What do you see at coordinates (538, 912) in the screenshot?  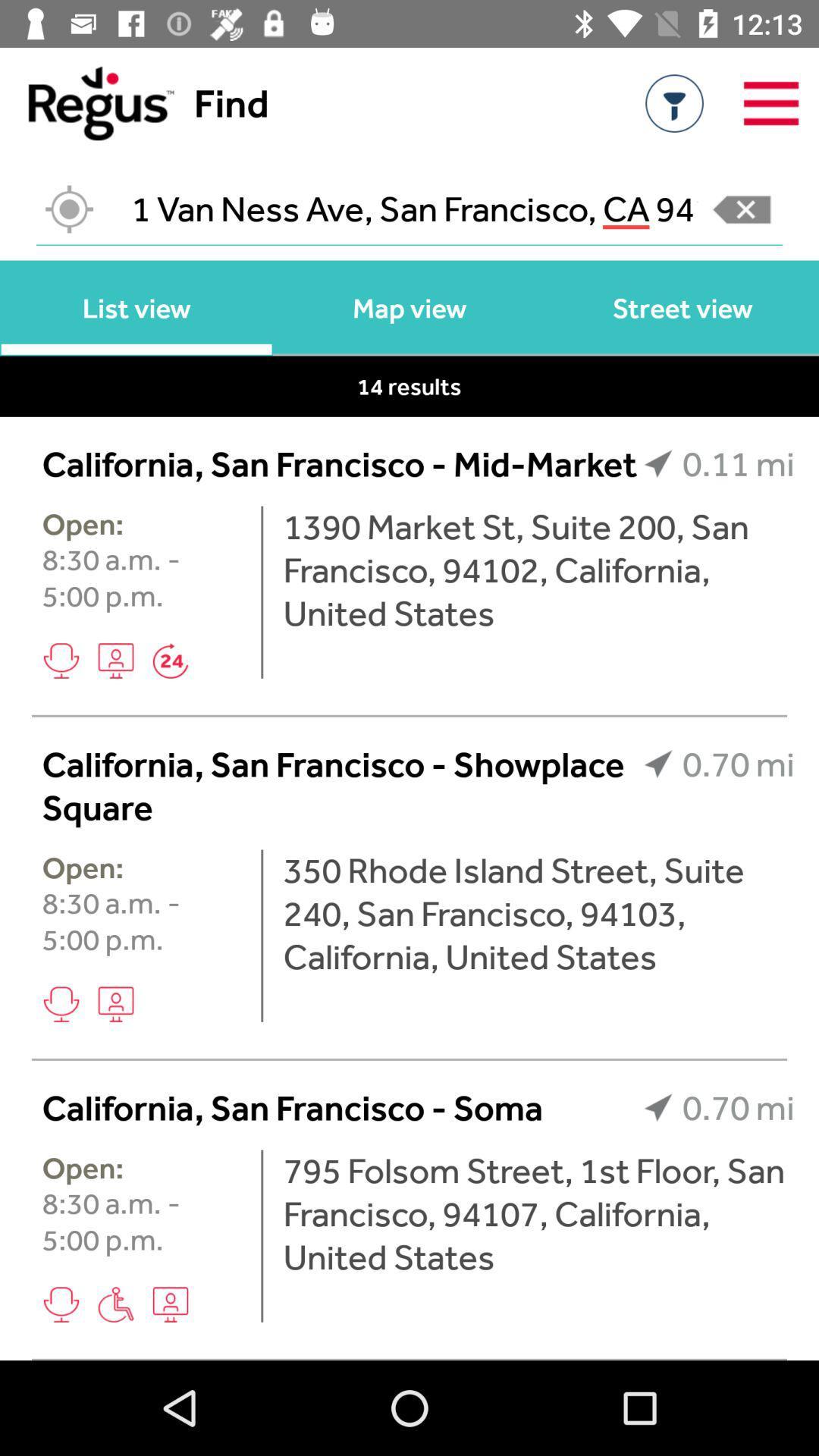 I see `350 rhode island` at bounding box center [538, 912].